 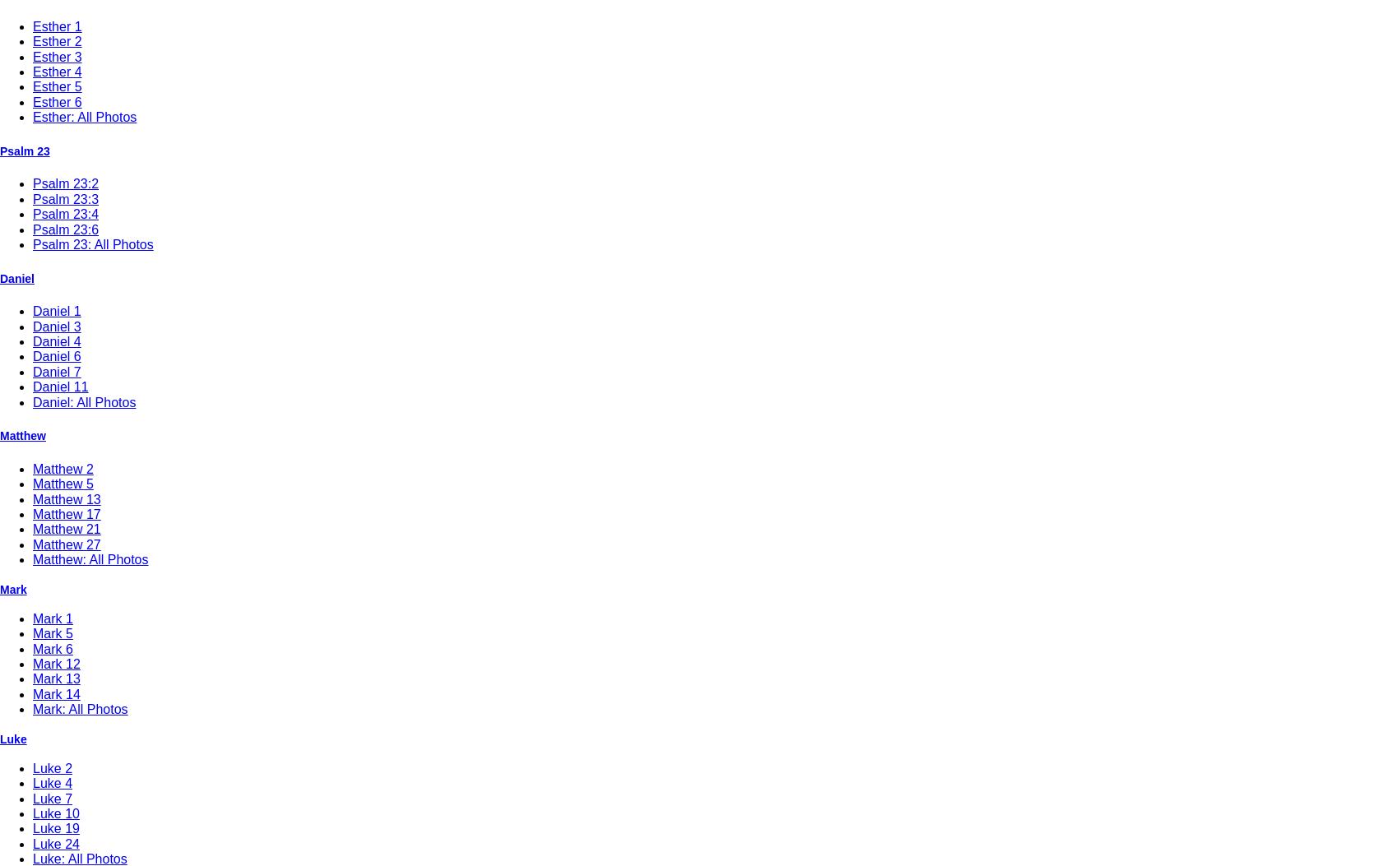 What do you see at coordinates (65, 183) in the screenshot?
I see `'Psalm 23:2'` at bounding box center [65, 183].